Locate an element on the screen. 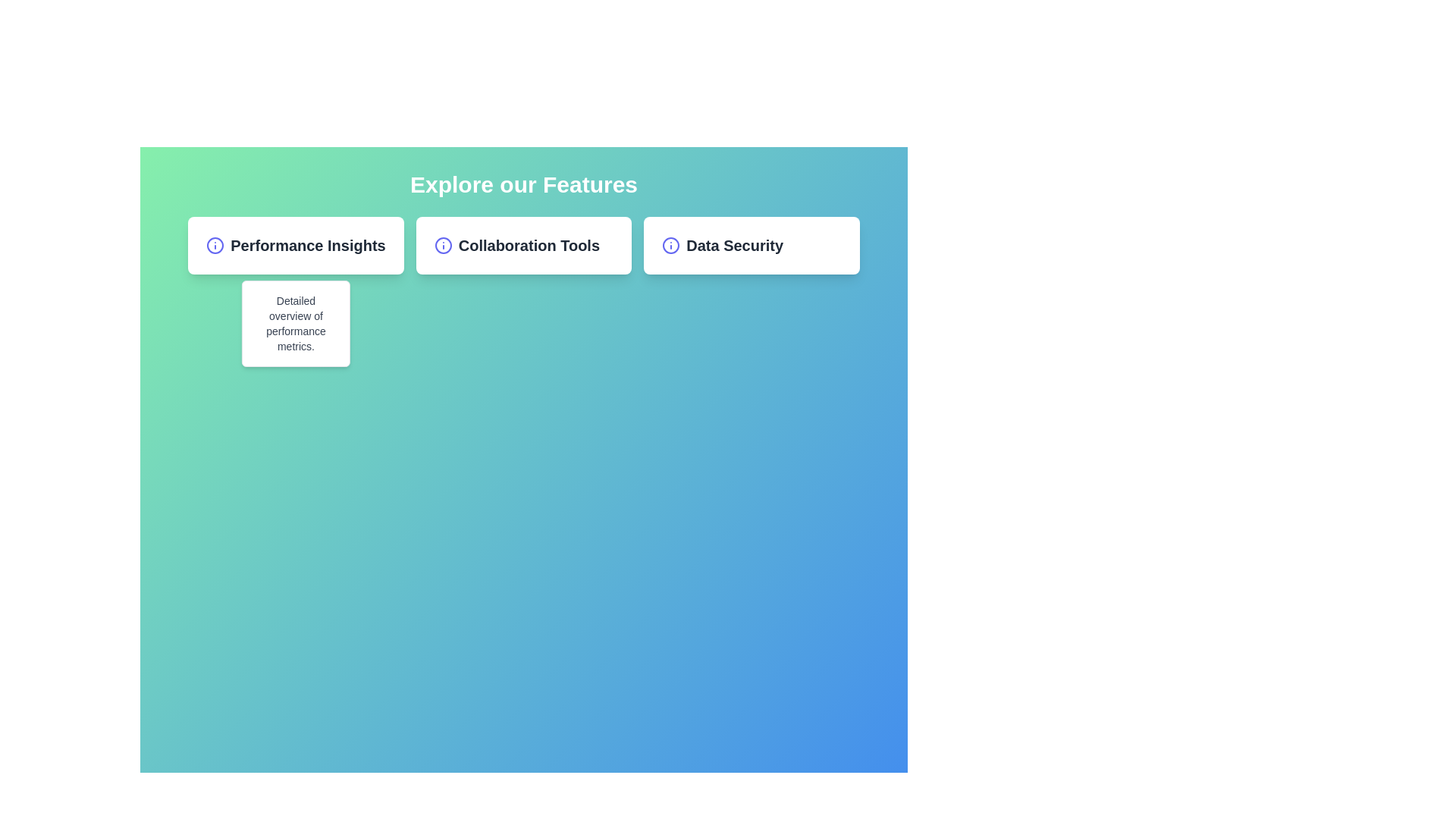 This screenshot has height=819, width=1456. the circular graphic representing the 'Data Security' feature, which is located to the far right among three horizontally arranged features below the 'Explore our Features' heading is located at coordinates (670, 245).